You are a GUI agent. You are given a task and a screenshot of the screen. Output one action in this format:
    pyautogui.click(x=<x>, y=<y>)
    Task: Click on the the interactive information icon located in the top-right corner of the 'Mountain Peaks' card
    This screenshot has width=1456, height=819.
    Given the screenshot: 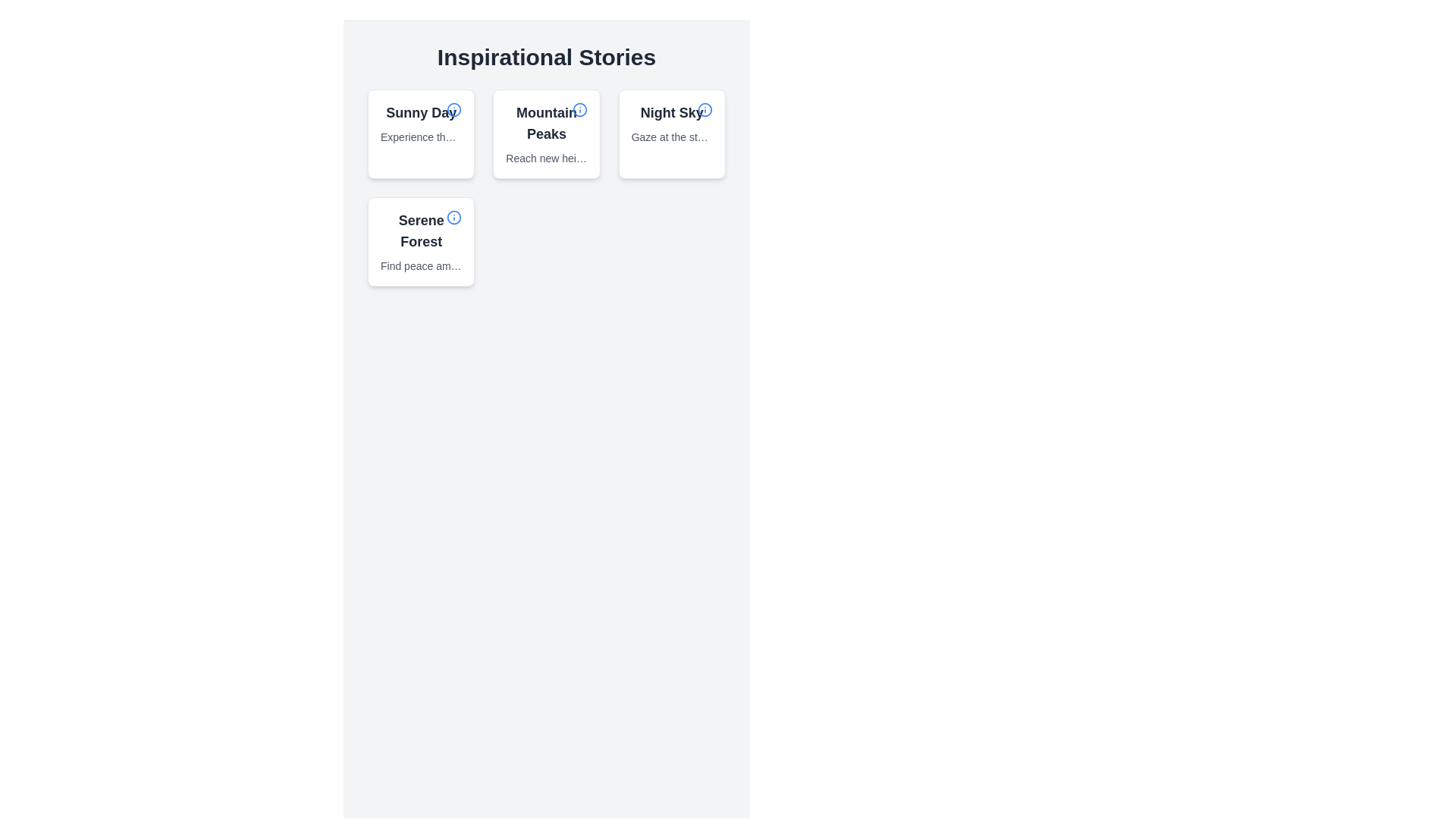 What is the action you would take?
    pyautogui.click(x=579, y=109)
    